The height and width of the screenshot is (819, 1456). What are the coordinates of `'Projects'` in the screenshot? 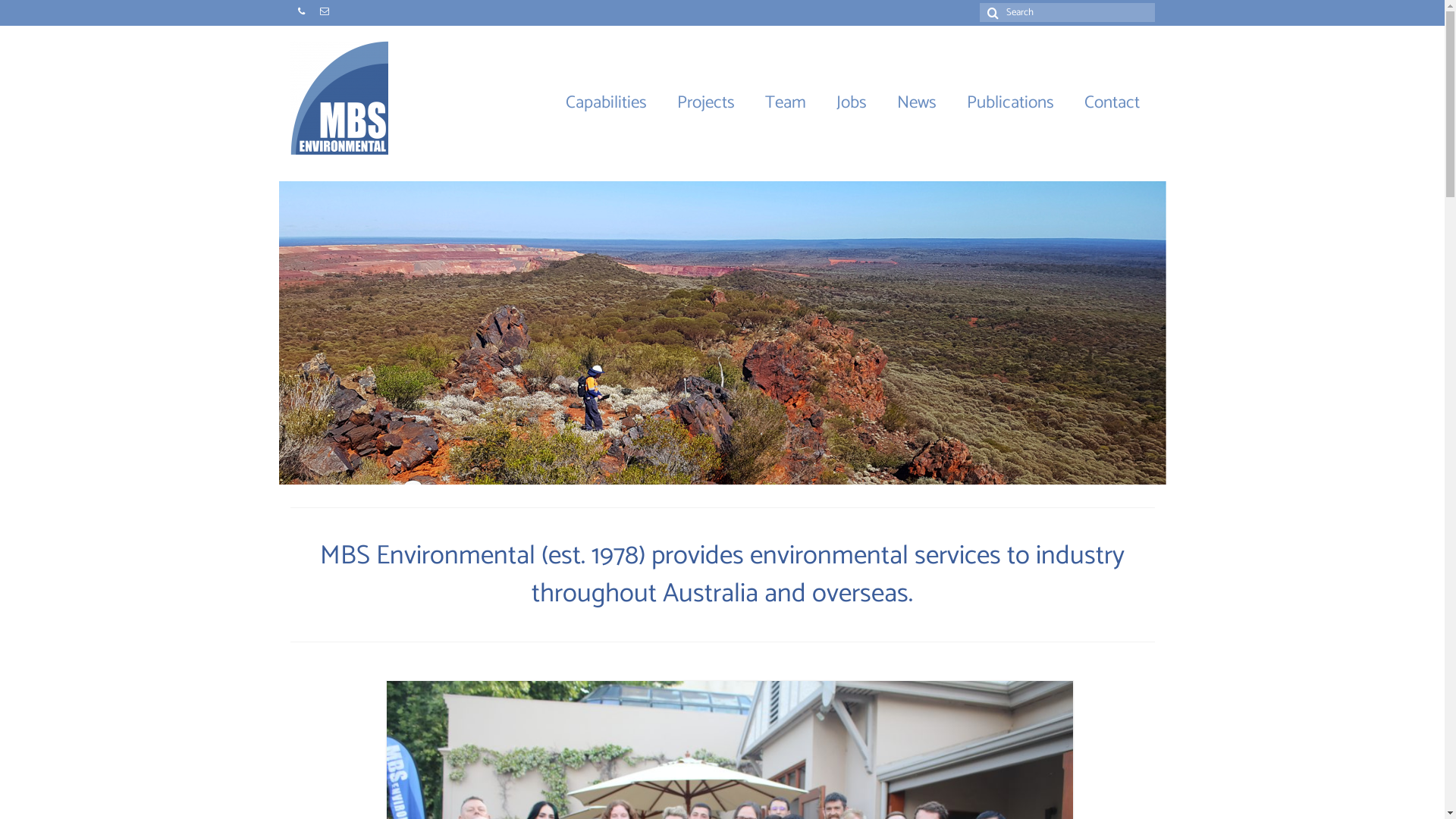 It's located at (661, 102).